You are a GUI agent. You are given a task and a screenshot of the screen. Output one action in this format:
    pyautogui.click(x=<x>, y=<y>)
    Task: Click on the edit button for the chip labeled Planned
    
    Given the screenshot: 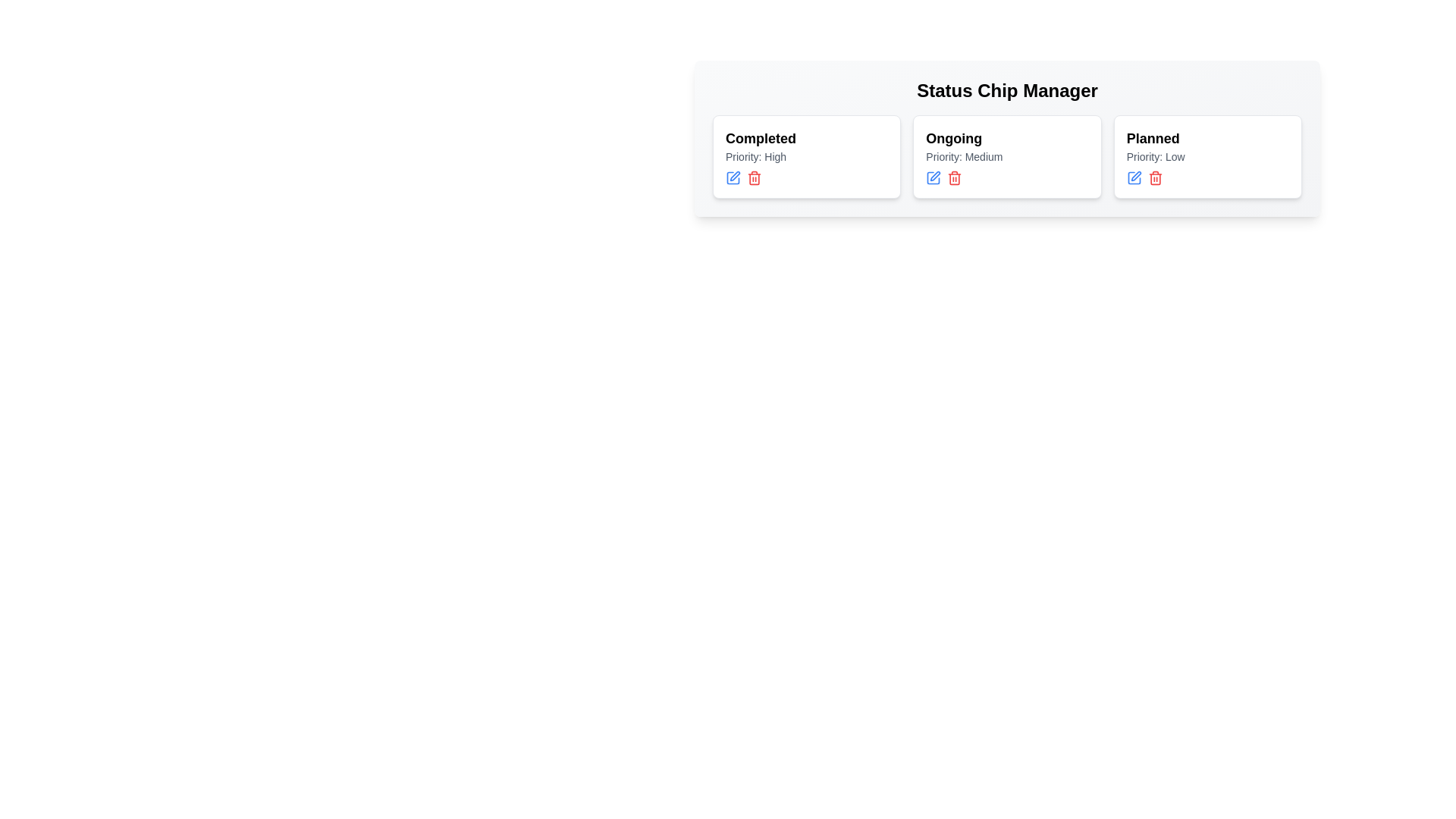 What is the action you would take?
    pyautogui.click(x=1133, y=177)
    